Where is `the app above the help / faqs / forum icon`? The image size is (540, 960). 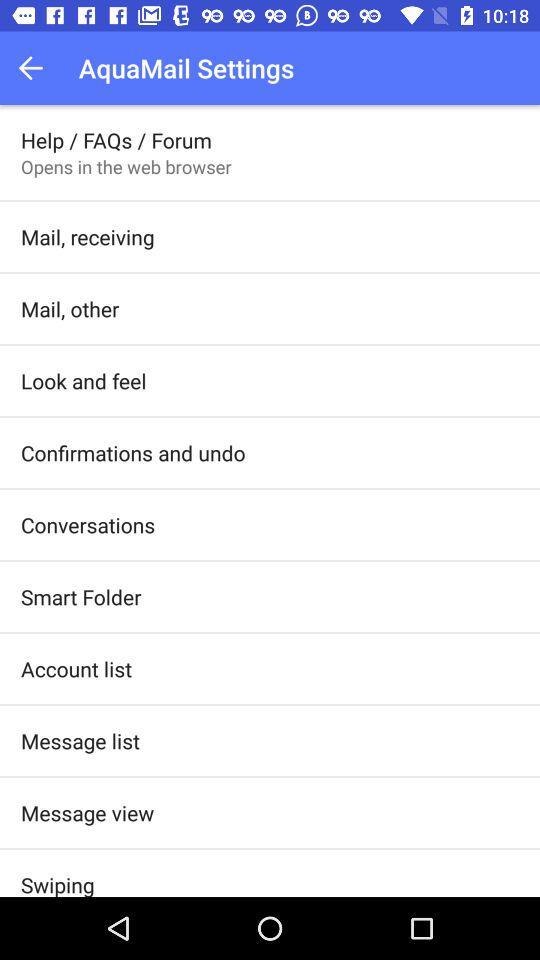 the app above the help / faqs / forum icon is located at coordinates (36, 68).